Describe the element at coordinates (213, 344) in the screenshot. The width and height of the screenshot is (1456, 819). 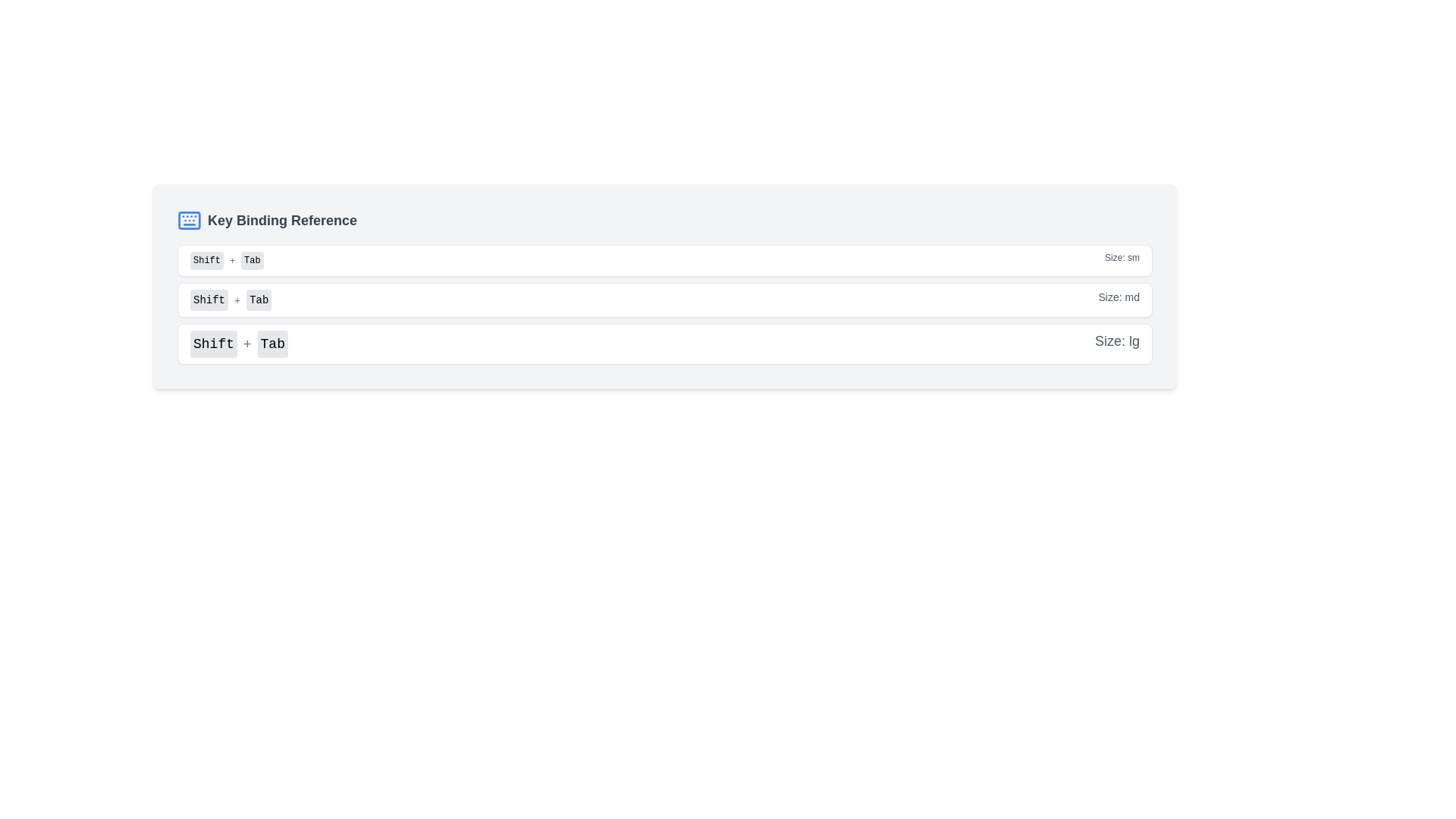
I see `the static display button labeled 'Shift' with a light gray background, located in the third row of buttons, positioned to the left of the '+' symbol` at that location.